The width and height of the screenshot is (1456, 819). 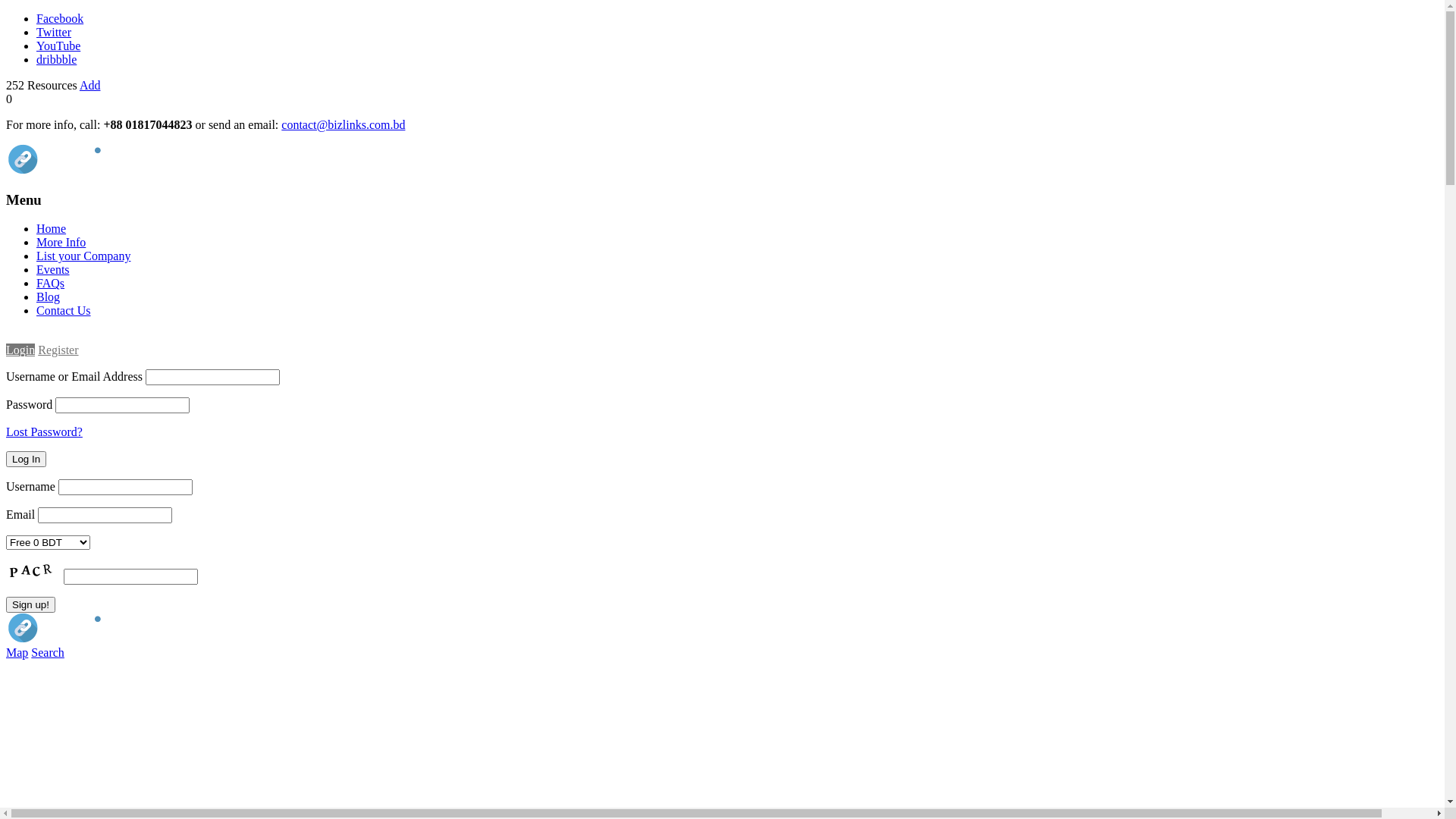 What do you see at coordinates (342, 124) in the screenshot?
I see `'contact@bizlinks.com.bd'` at bounding box center [342, 124].